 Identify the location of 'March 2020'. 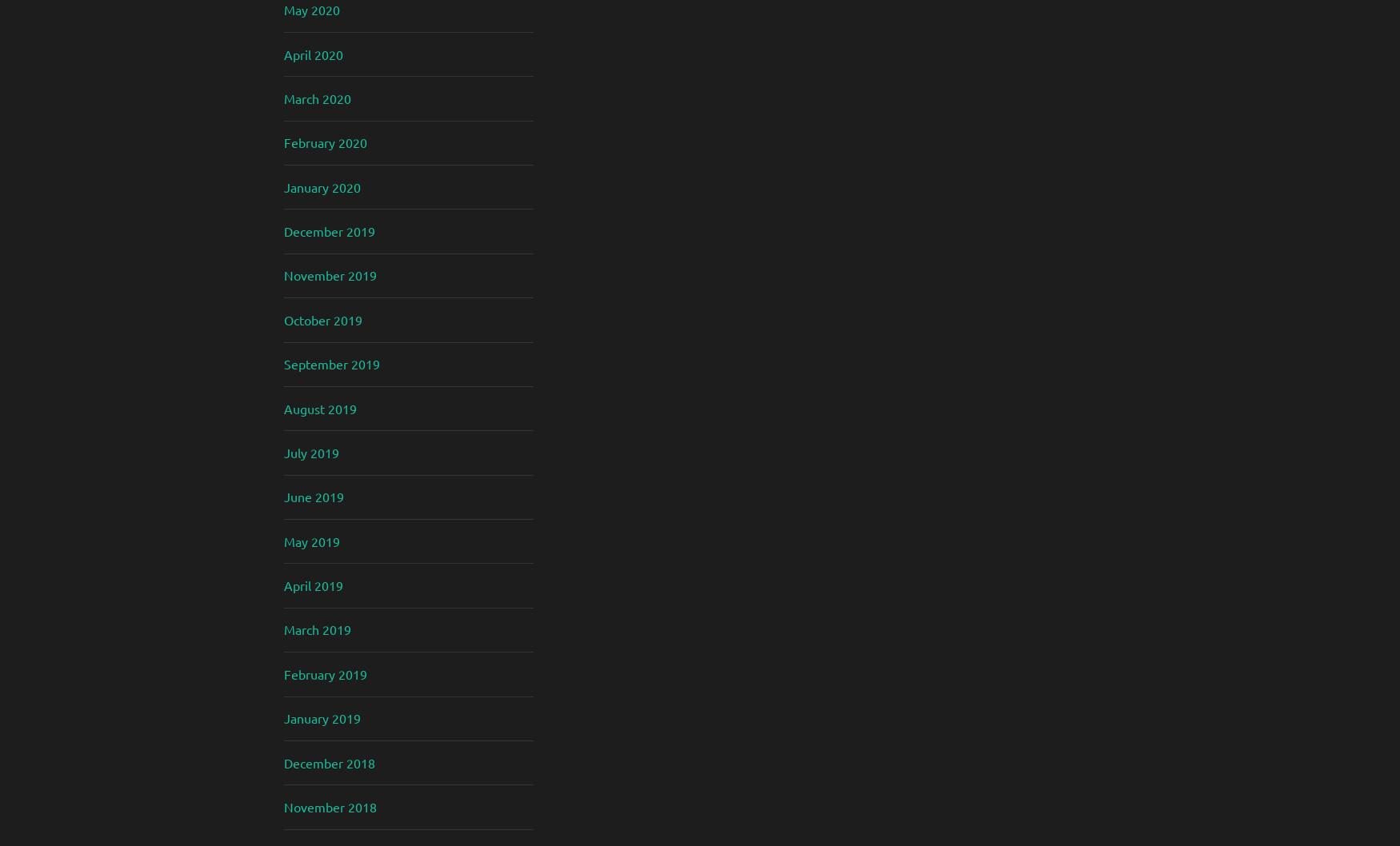
(317, 96).